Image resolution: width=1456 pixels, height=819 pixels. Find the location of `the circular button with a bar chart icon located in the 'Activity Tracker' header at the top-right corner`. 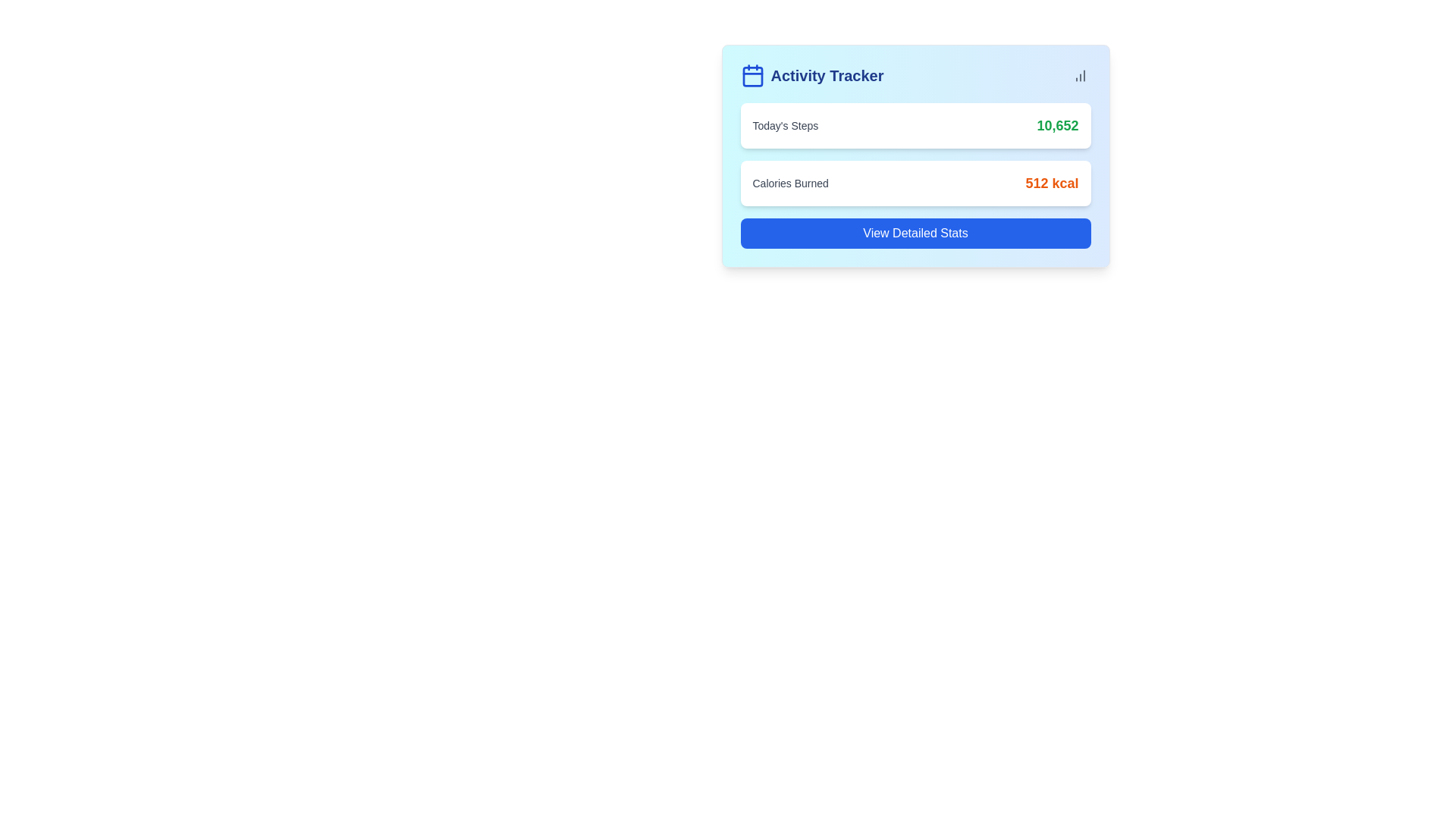

the circular button with a bar chart icon located in the 'Activity Tracker' header at the top-right corner is located at coordinates (1079, 76).